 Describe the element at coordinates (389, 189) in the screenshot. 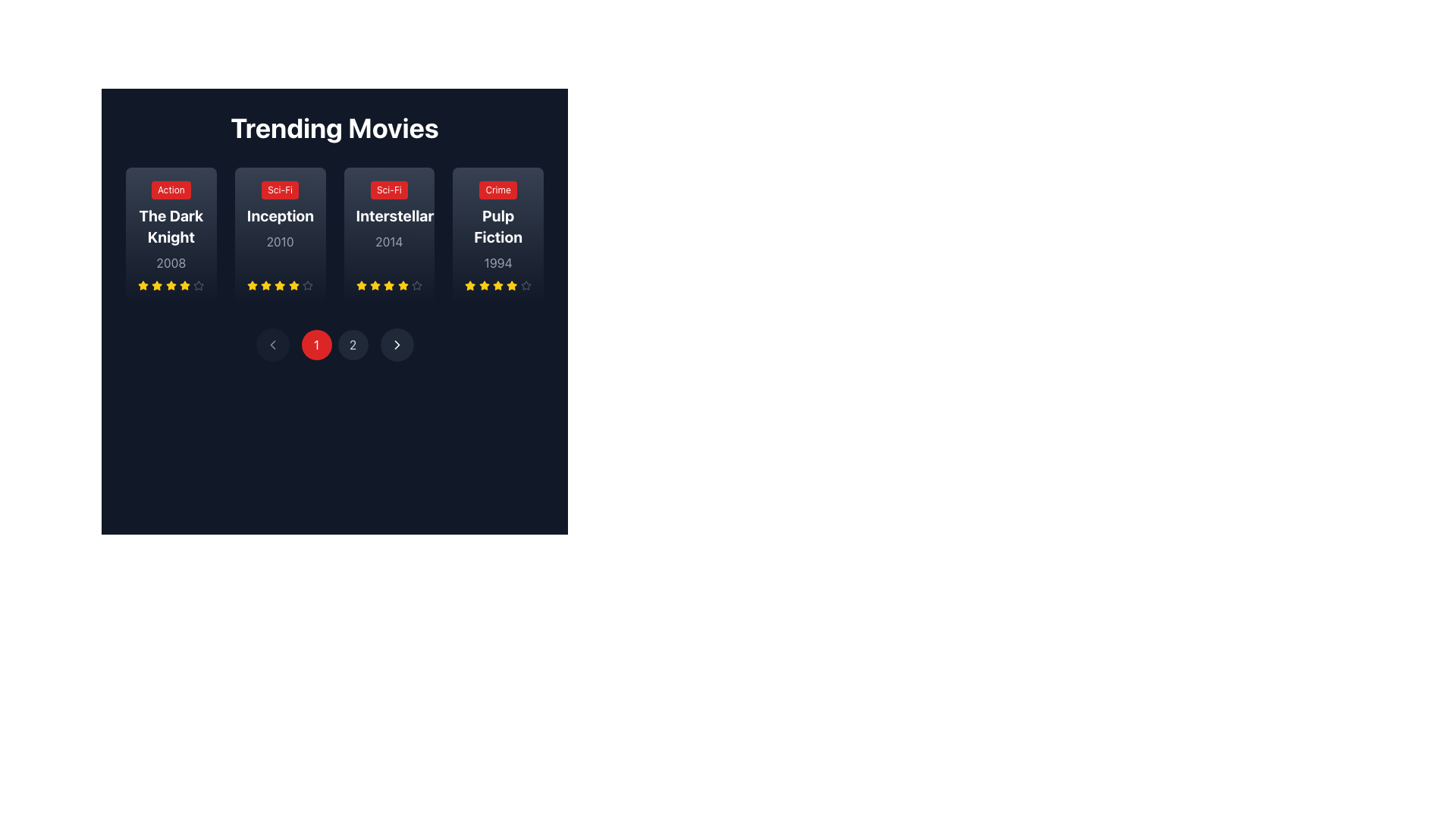

I see `the compact rectangular text label with a red background and white bold text reading 'Sci-Fi', located at the top-left corner of the movie card for 'Interstellar' (2014) in the 'Trending Movies' section` at that location.